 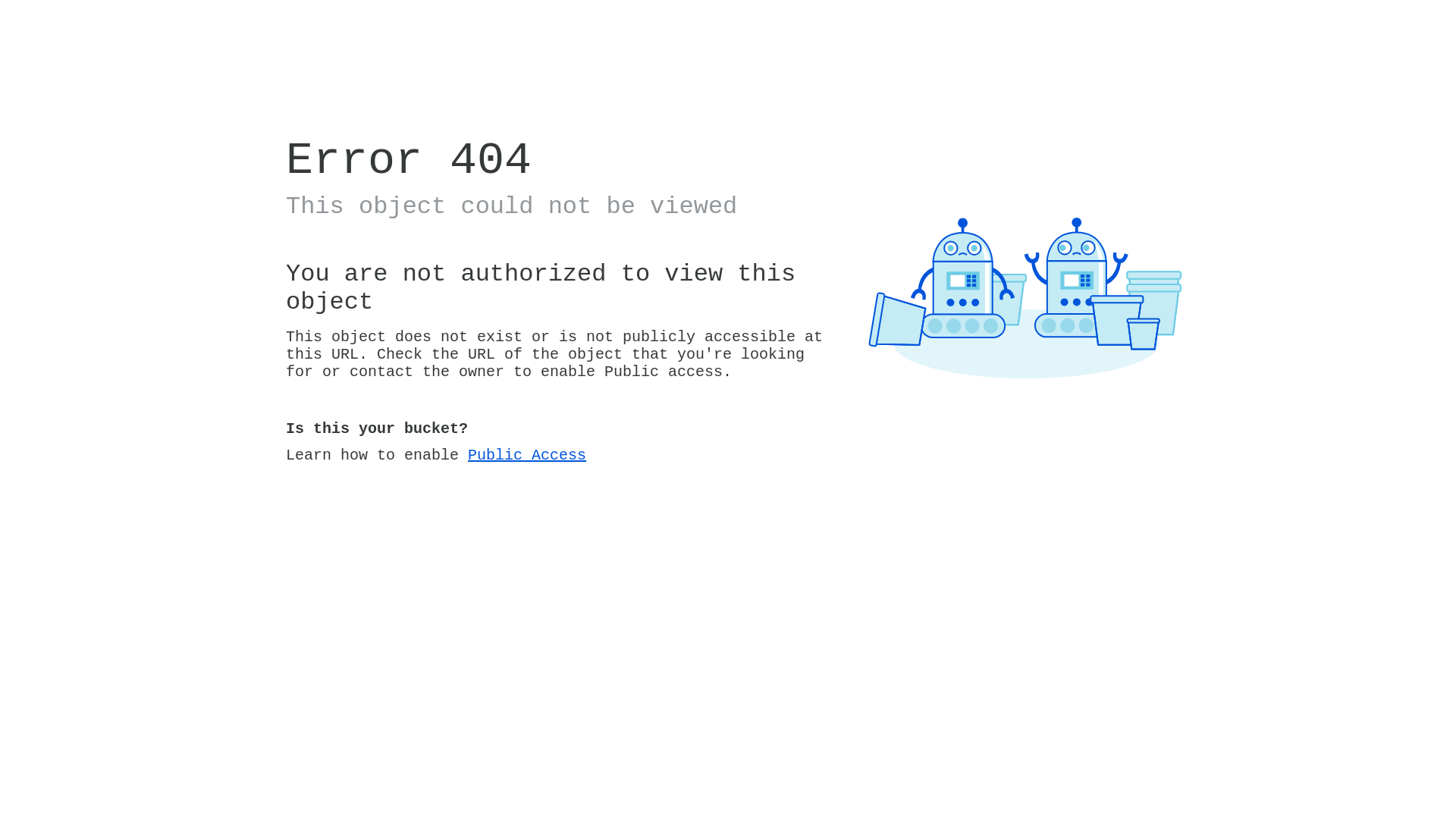 I want to click on 'Public Access', so click(x=527, y=454).